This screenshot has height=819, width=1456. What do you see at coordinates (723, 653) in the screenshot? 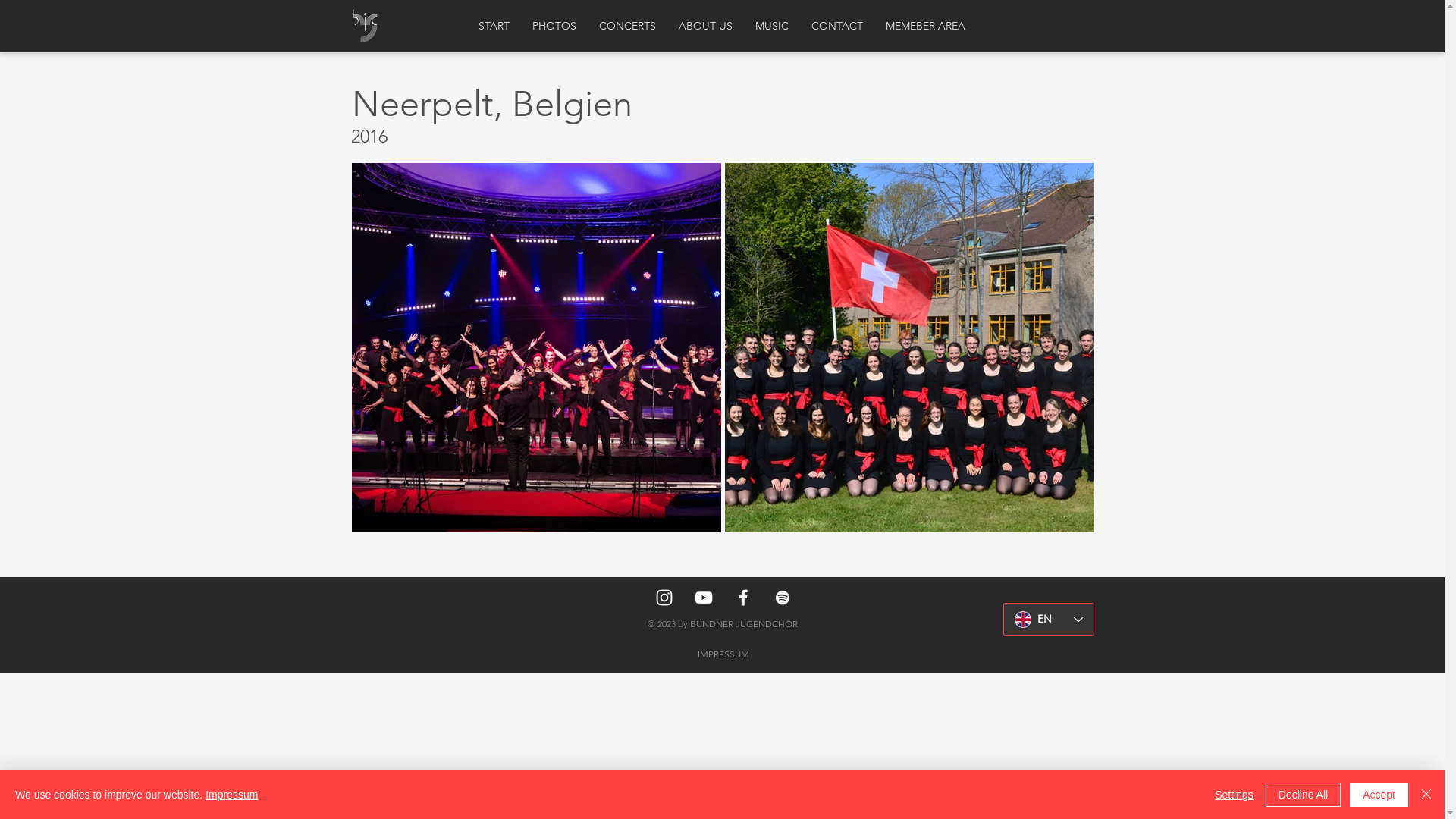
I see `'IMPRESSUM'` at bounding box center [723, 653].